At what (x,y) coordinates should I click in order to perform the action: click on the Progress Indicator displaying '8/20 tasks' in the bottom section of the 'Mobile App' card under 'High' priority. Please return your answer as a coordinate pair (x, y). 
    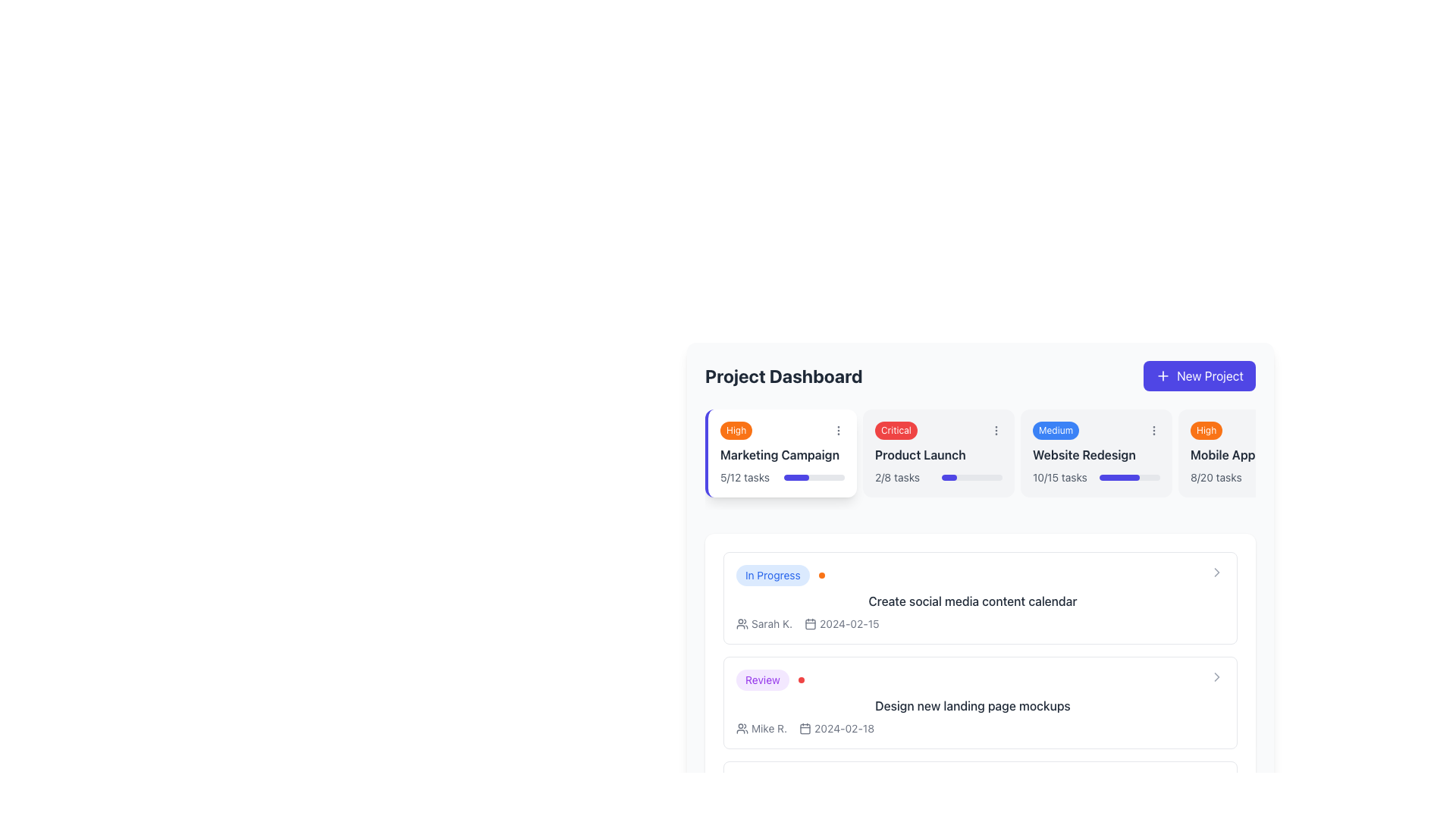
    Looking at the image, I should click on (1254, 476).